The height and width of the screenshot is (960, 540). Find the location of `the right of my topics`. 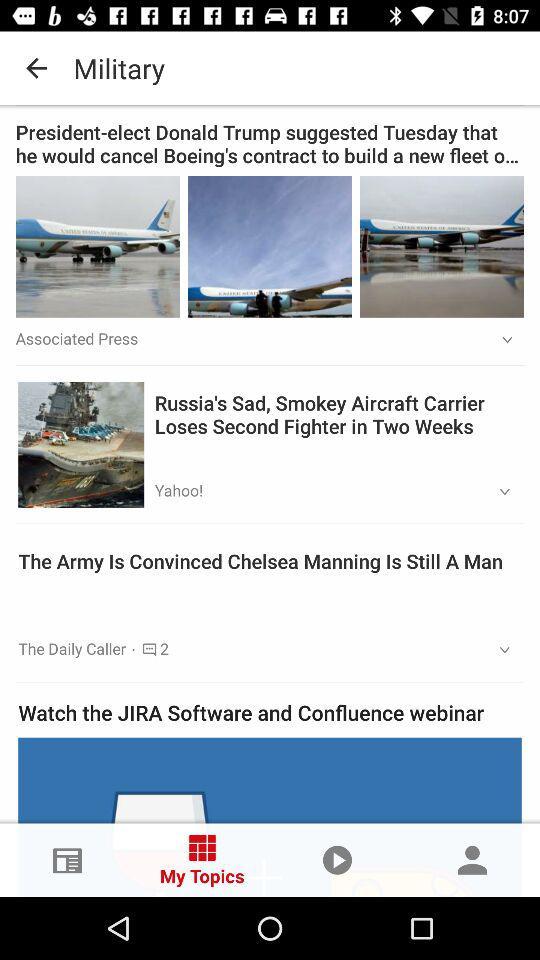

the right of my topics is located at coordinates (337, 859).